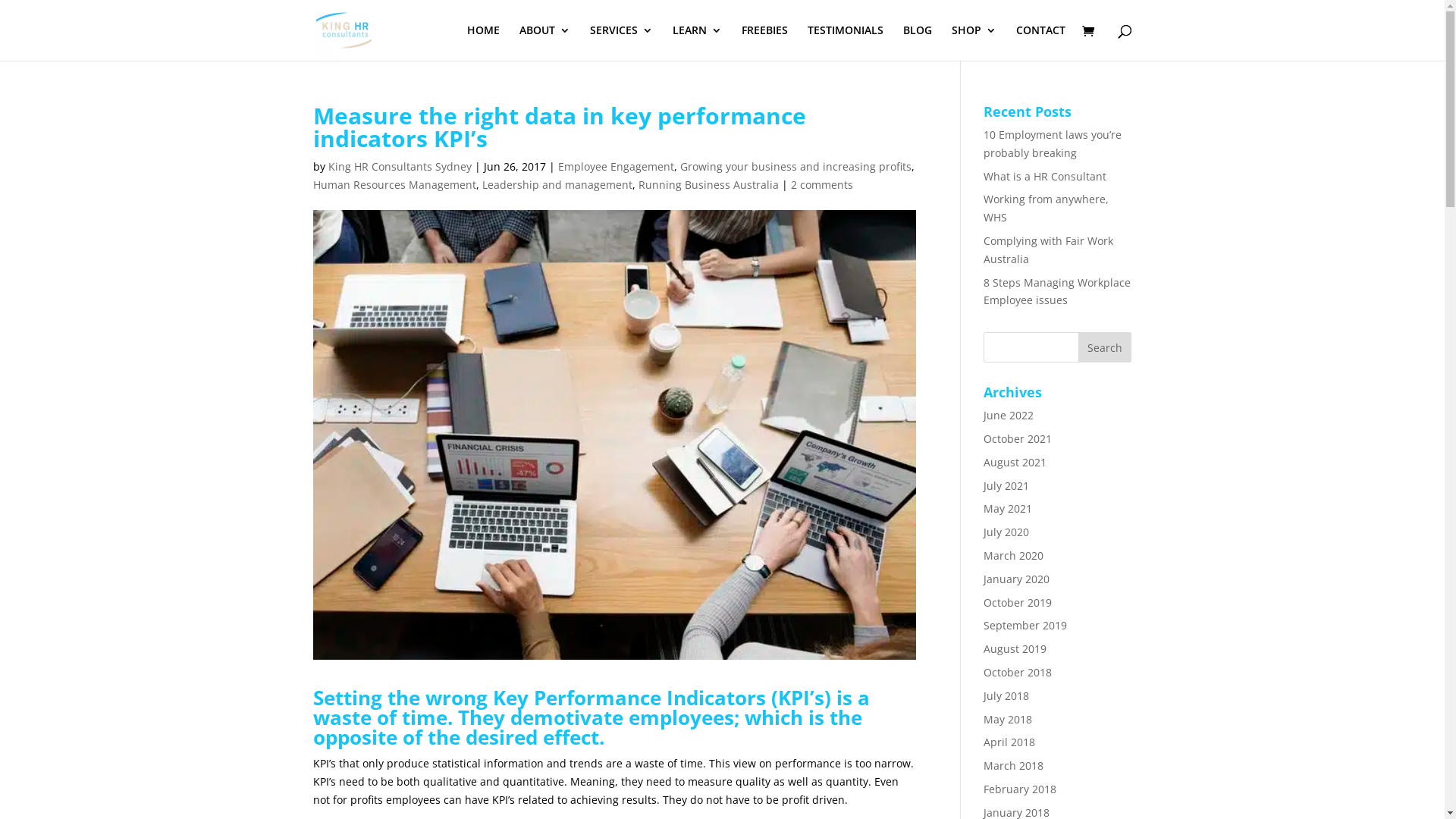  Describe the element at coordinates (1018, 438) in the screenshot. I see `'October 2021'` at that location.